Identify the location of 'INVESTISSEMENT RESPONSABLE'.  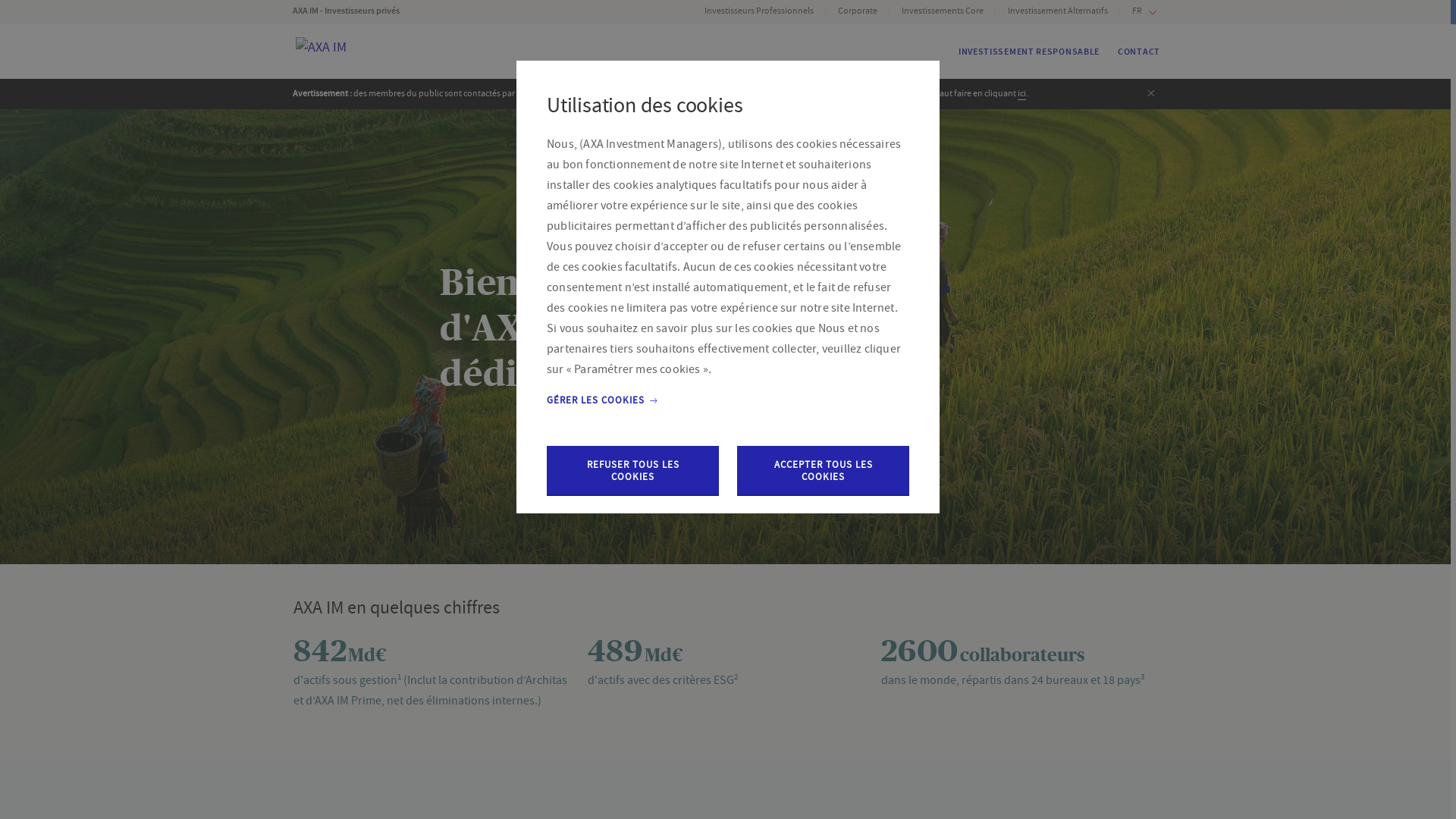
(1029, 51).